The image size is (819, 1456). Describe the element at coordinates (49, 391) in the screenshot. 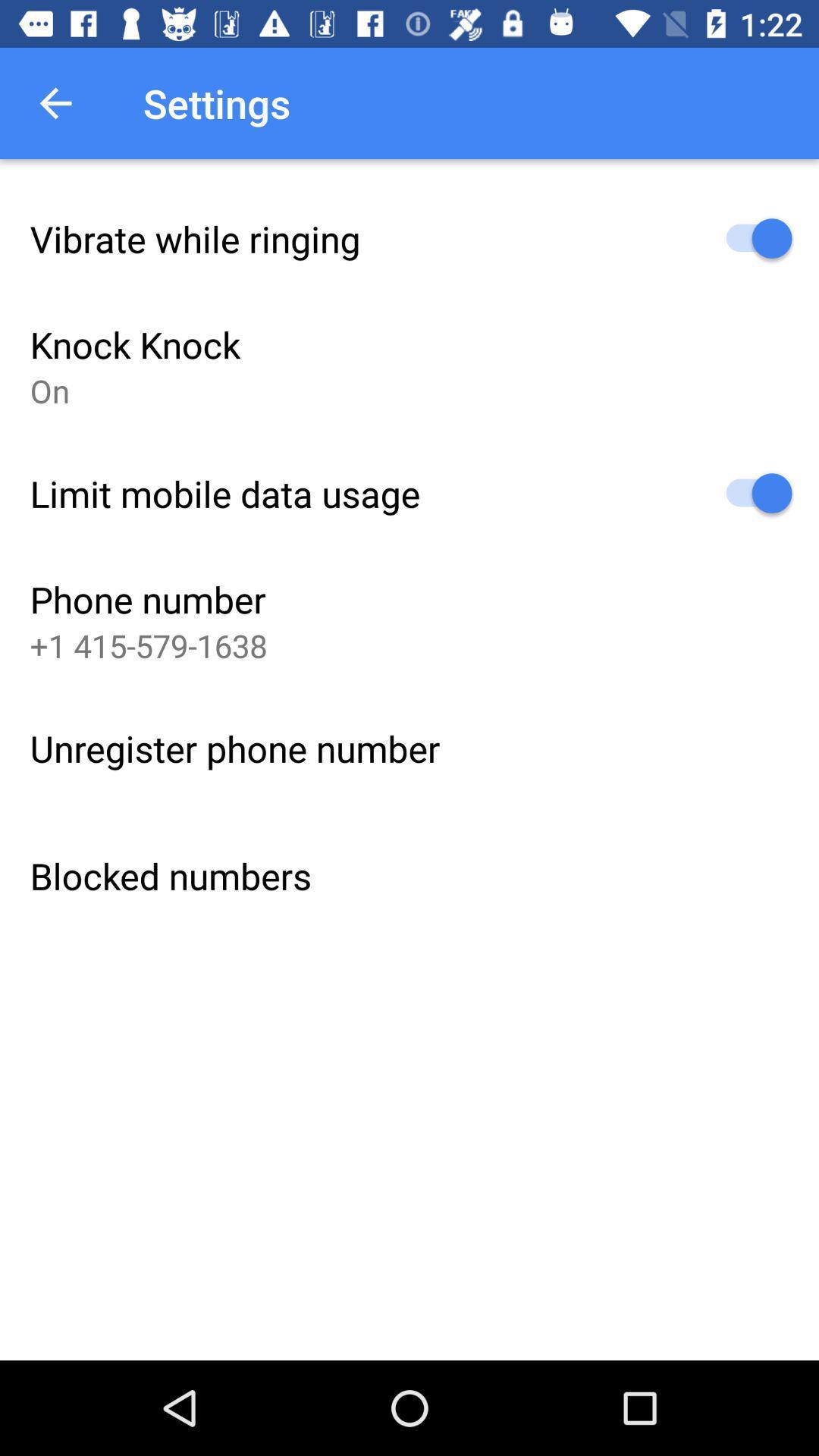

I see `item above the limit mobile data` at that location.